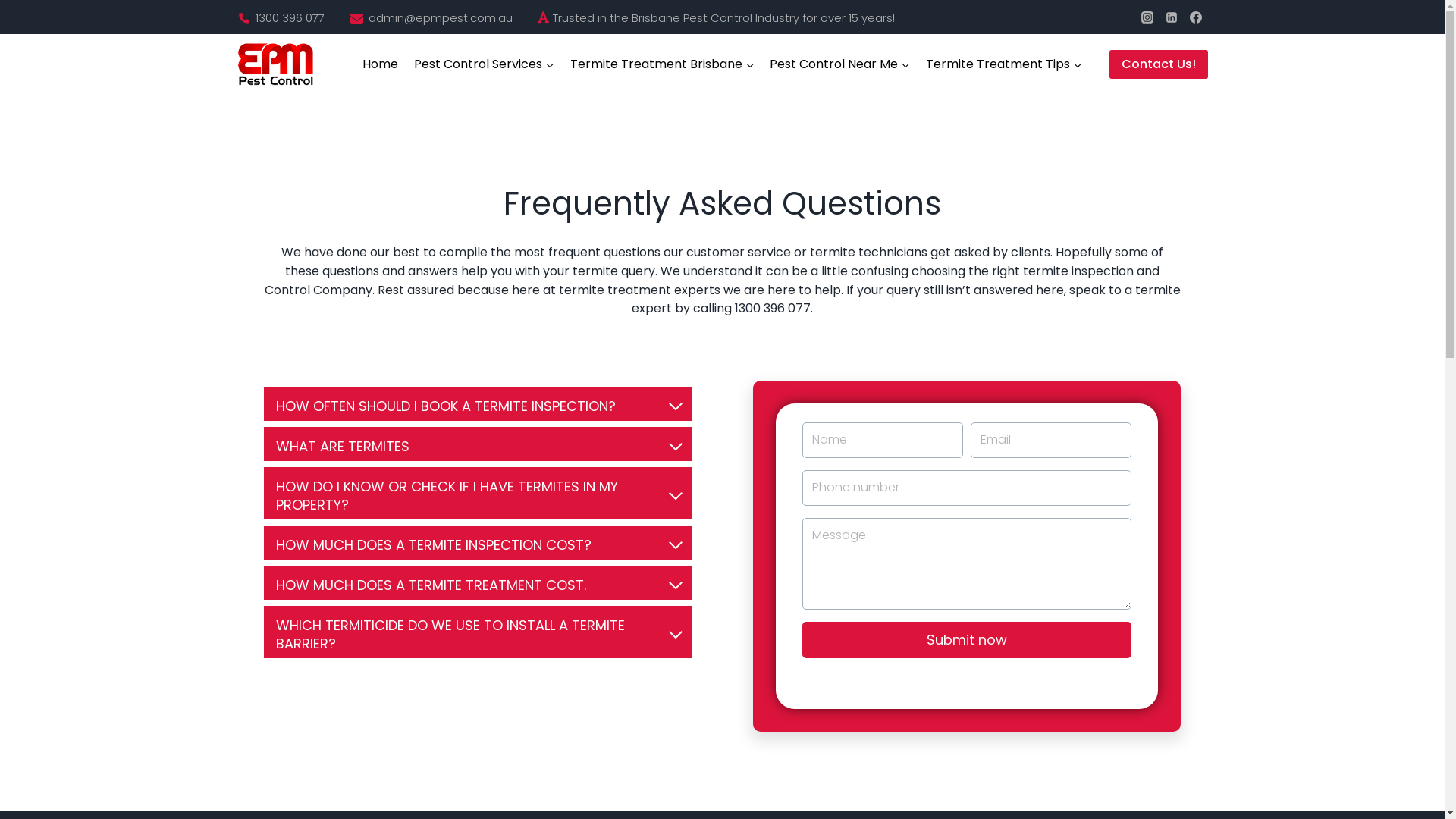 Image resolution: width=1456 pixels, height=819 pixels. I want to click on 'WHICH TERMITICIDE DO WE USE TO INSTALL A TERMITE BARRIER?', so click(477, 632).